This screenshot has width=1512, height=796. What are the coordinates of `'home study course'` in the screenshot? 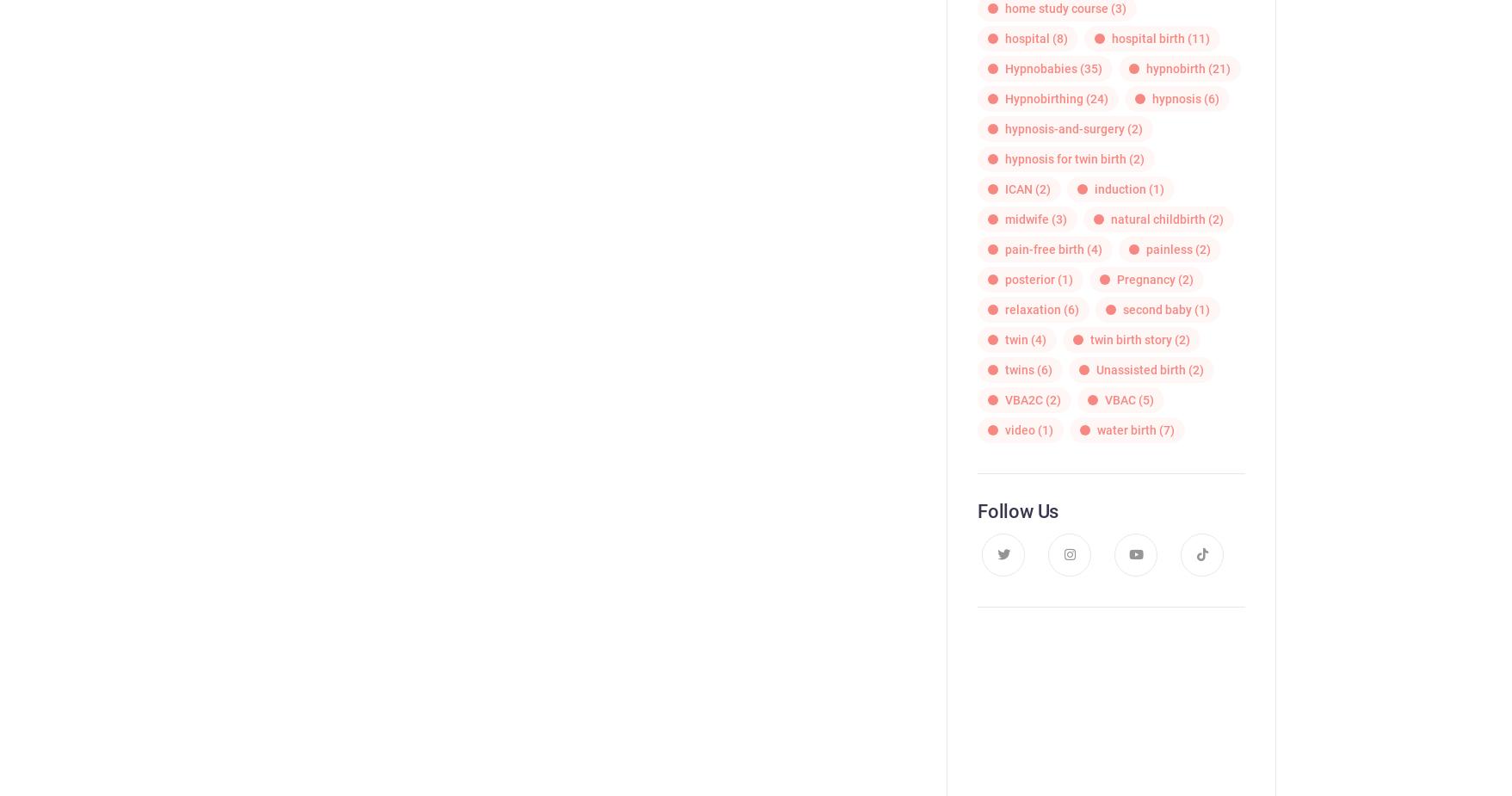 It's located at (1055, 6).